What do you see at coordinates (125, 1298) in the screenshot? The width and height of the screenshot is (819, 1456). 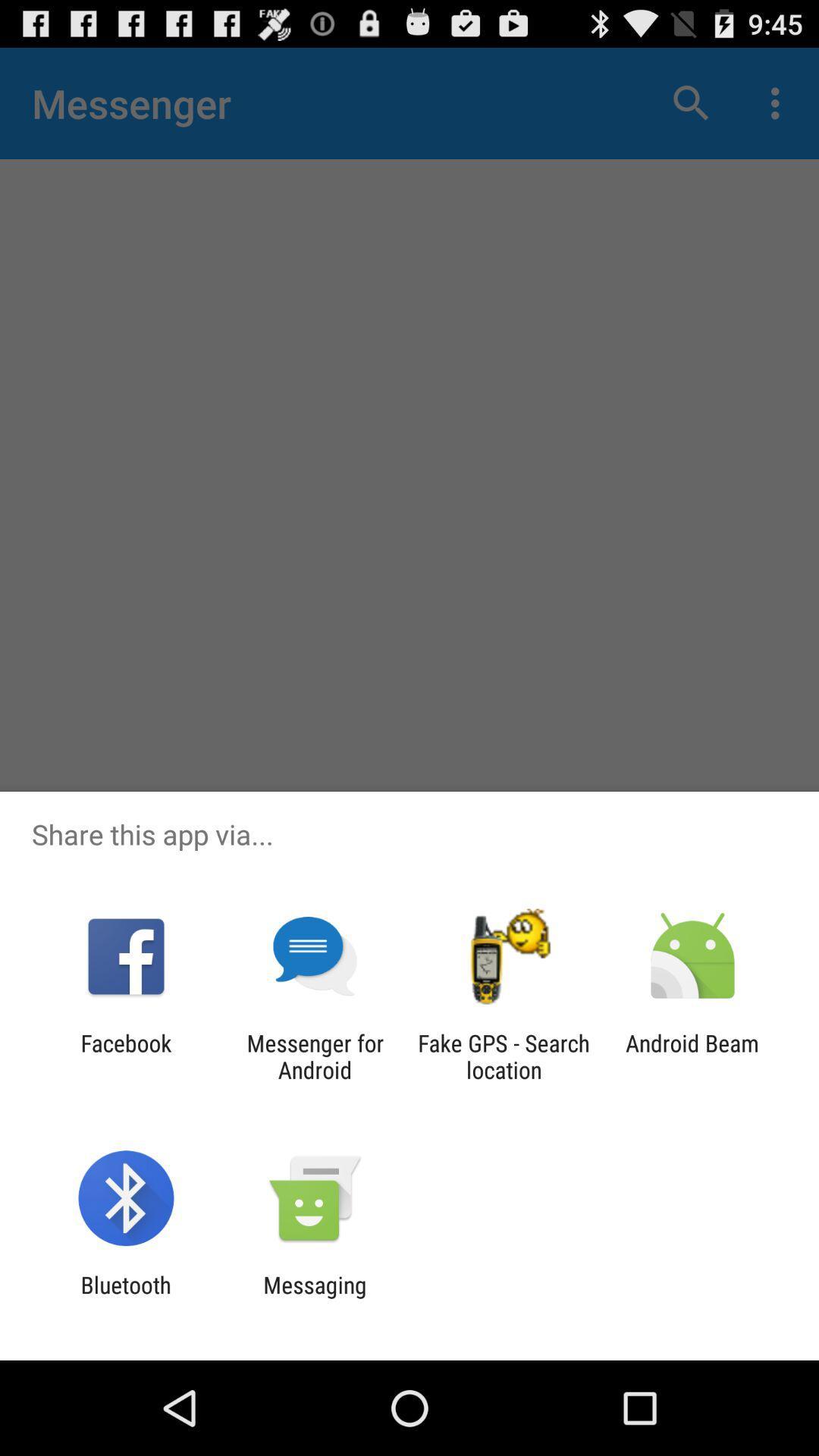 I see `app next to messaging` at bounding box center [125, 1298].